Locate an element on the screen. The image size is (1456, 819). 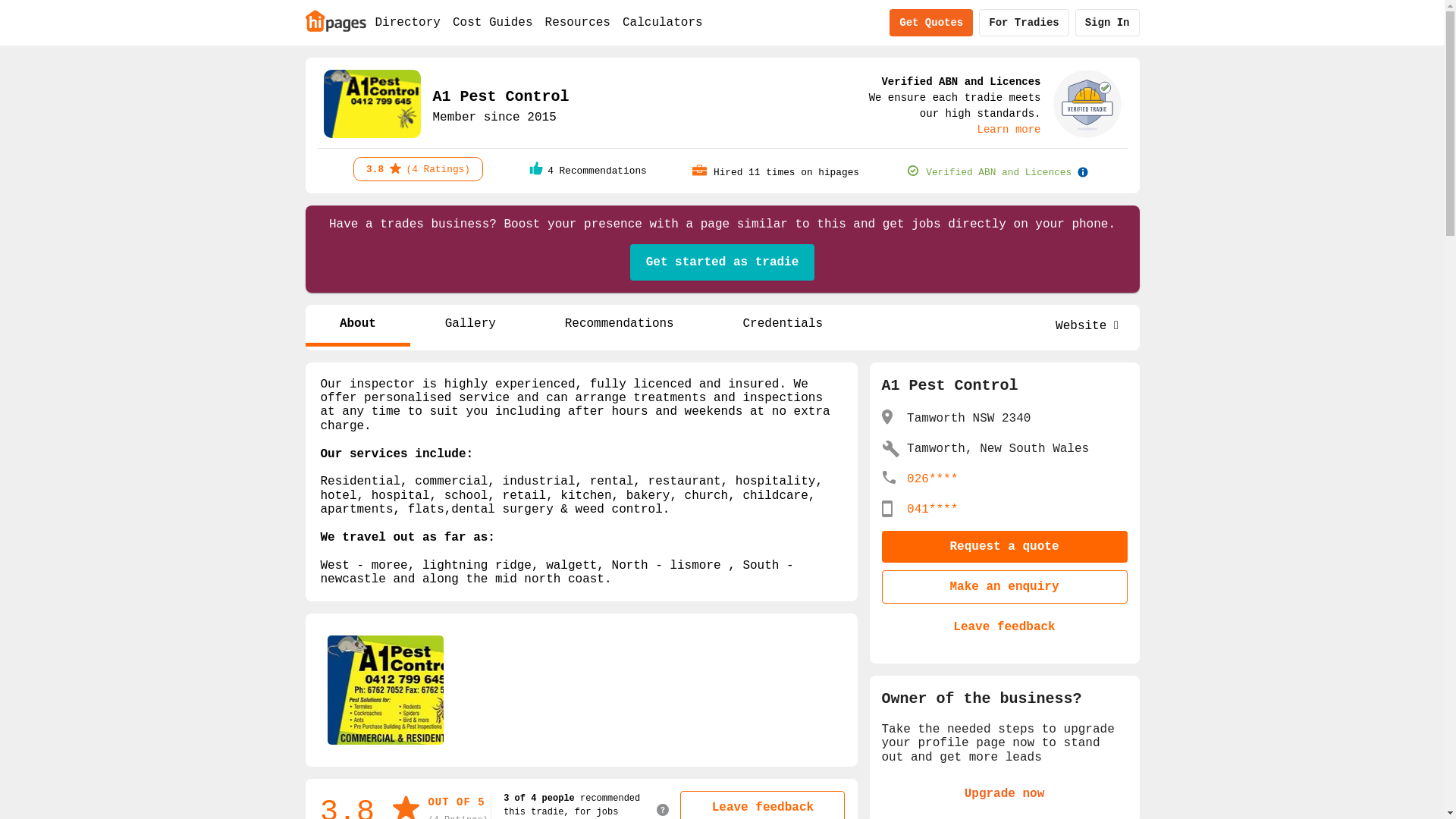
'Directory' is located at coordinates (407, 23).